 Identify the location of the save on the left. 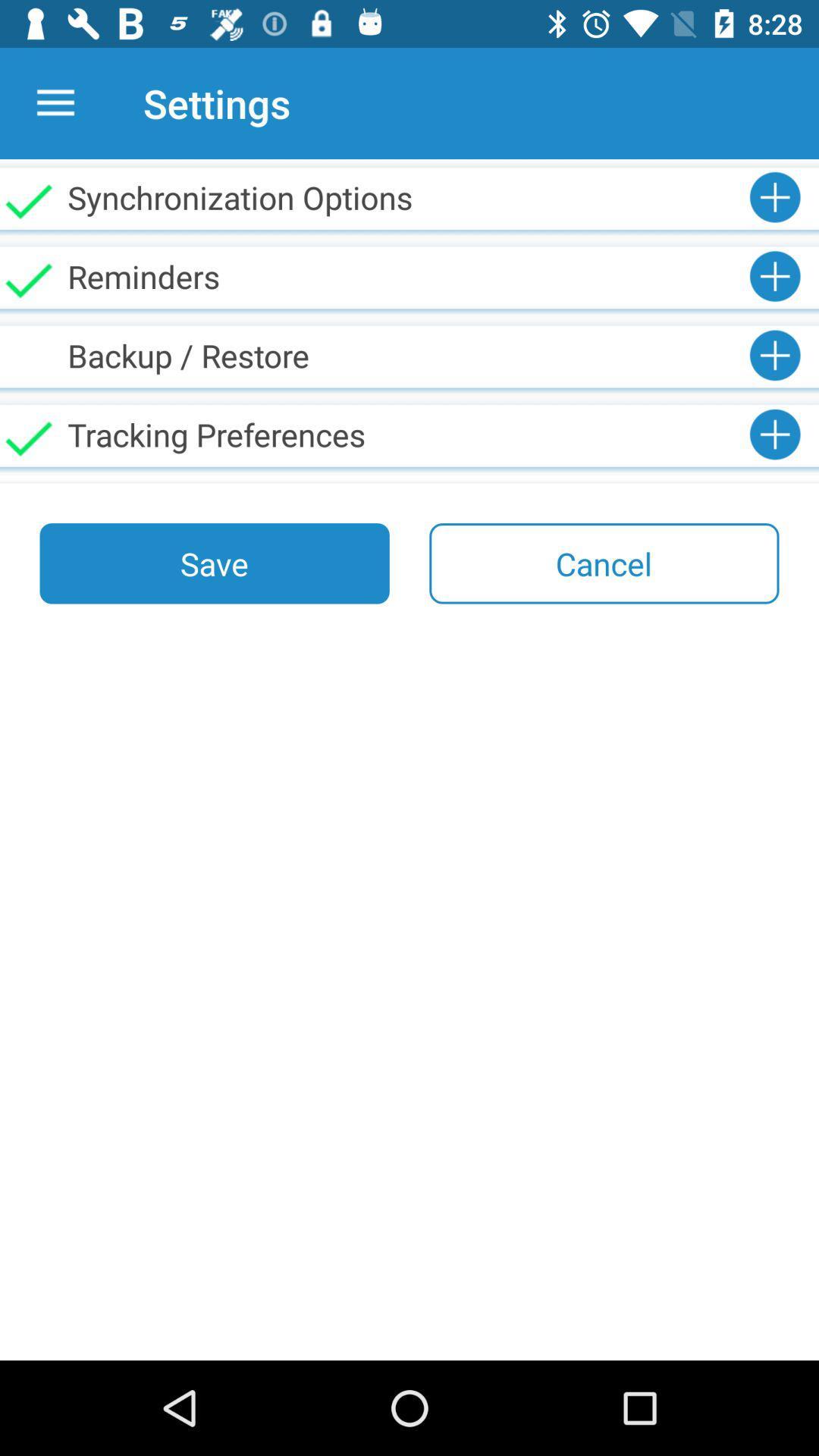
(215, 563).